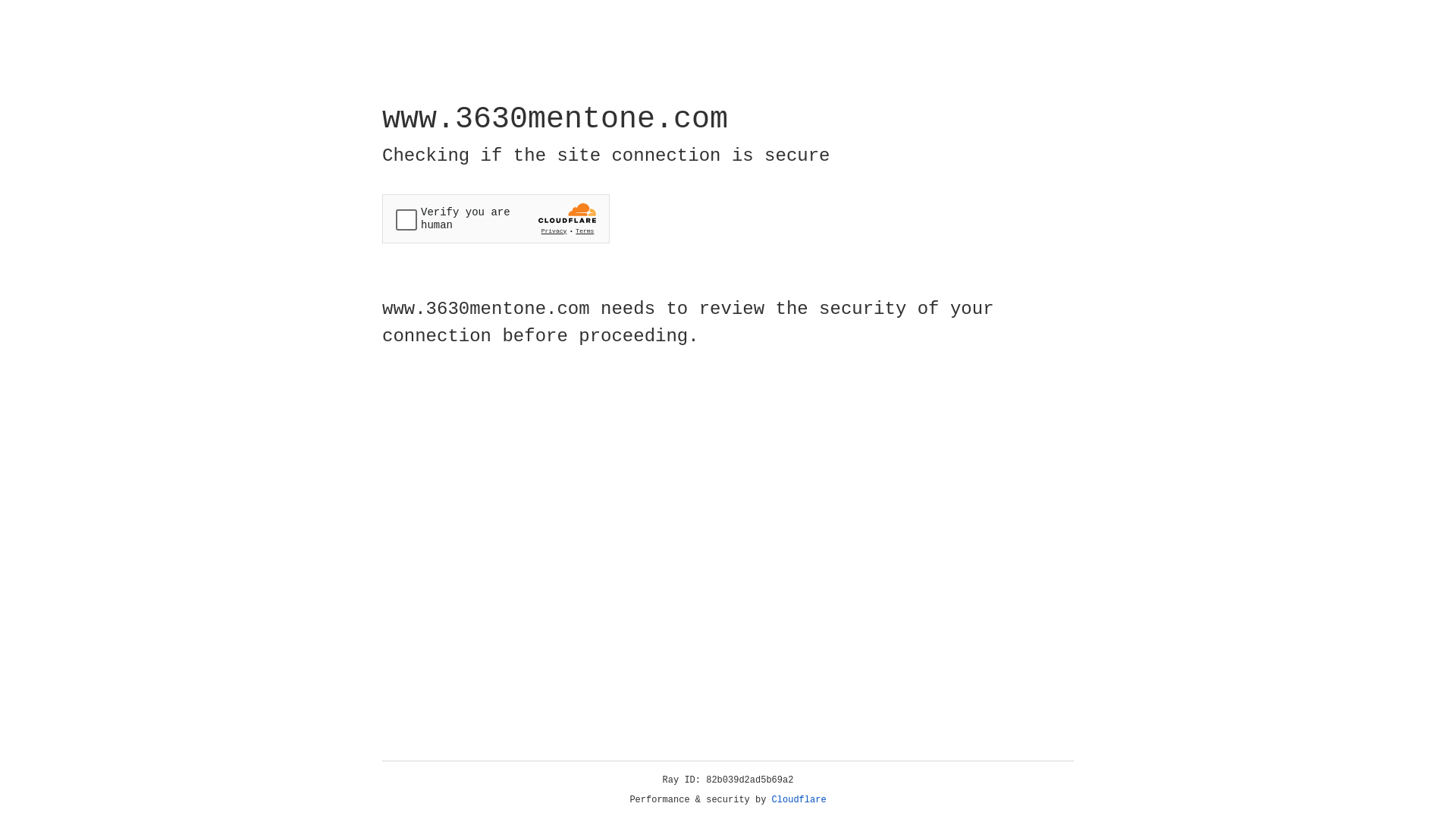 This screenshot has width=1456, height=819. I want to click on 'Cloudflare', so click(799, 799).